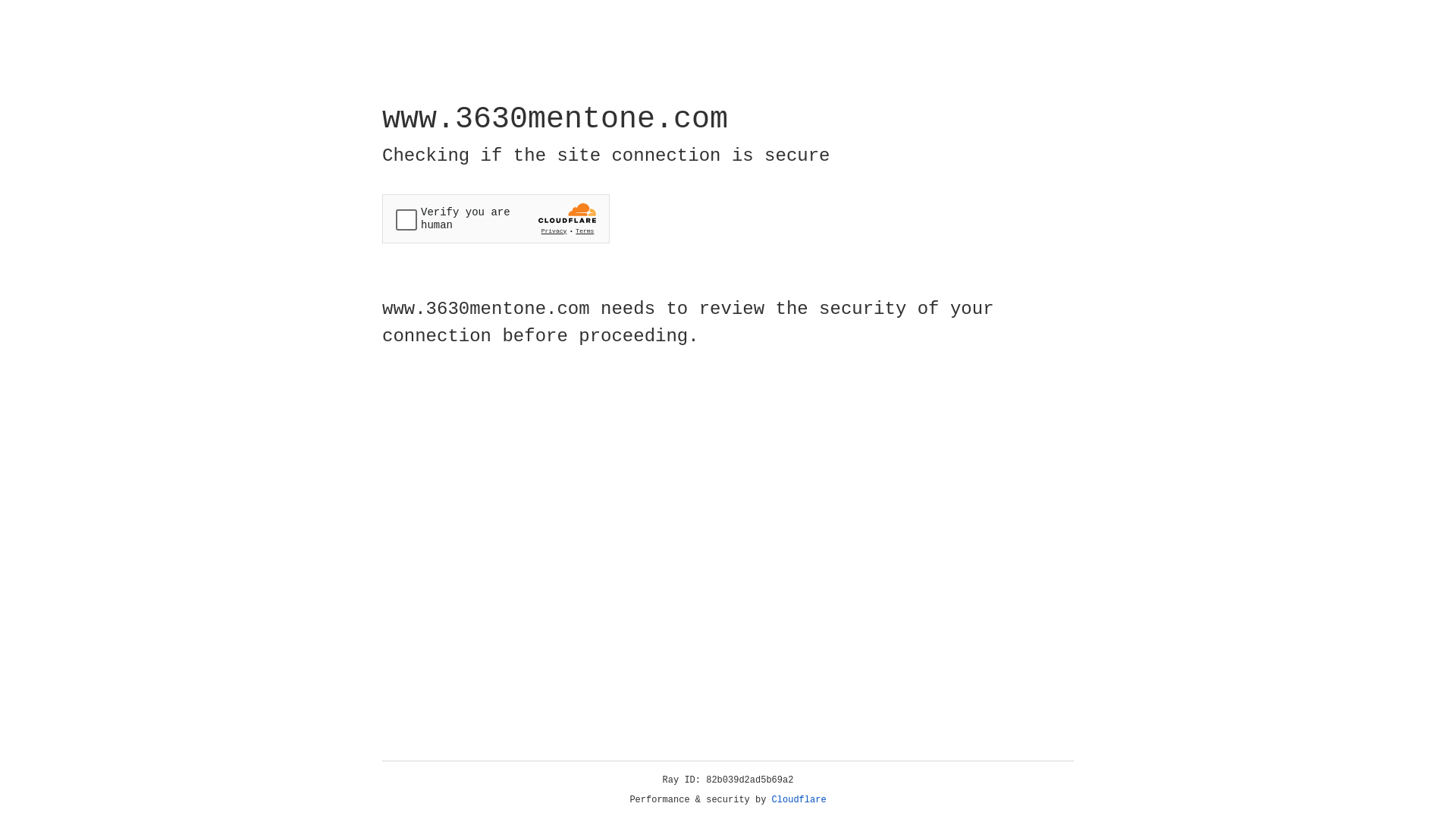 This screenshot has width=1456, height=819. I want to click on 'Cloudflare', so click(799, 799).